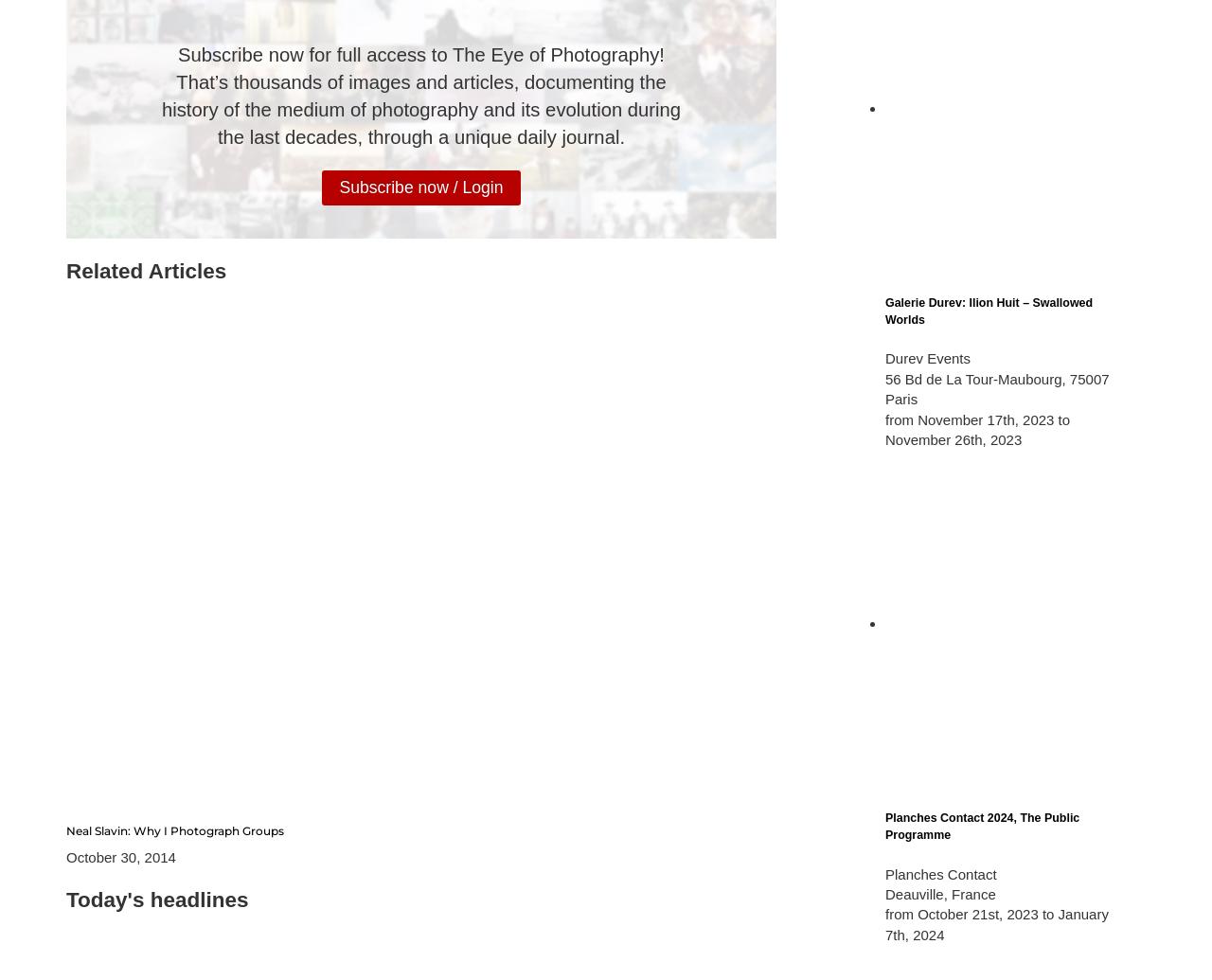 This screenshot has width=1212, height=980. I want to click on 'October 30, 2014', so click(119, 855).